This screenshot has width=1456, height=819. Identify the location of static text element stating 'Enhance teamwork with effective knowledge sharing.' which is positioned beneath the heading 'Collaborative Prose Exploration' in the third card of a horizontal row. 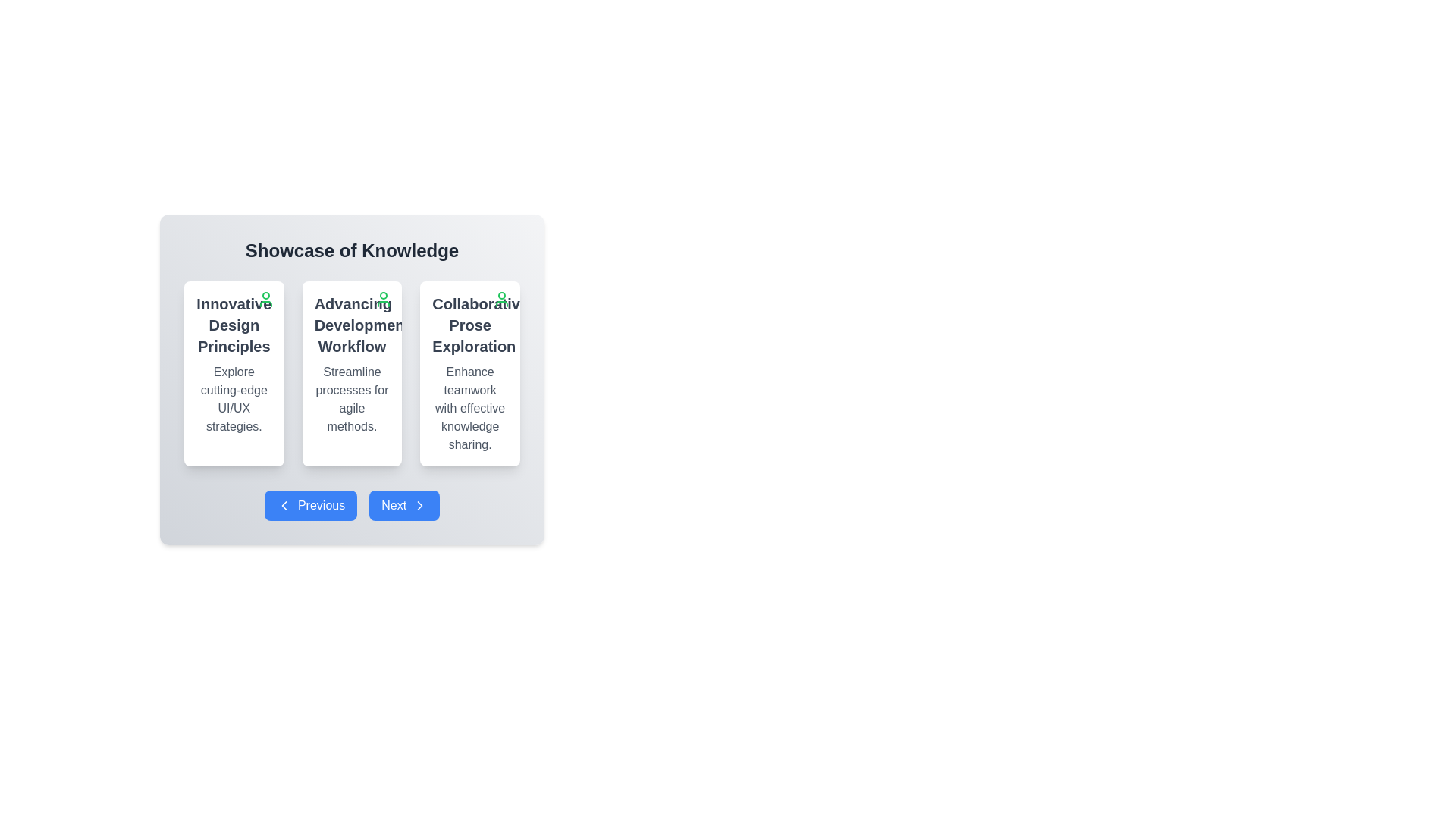
(469, 408).